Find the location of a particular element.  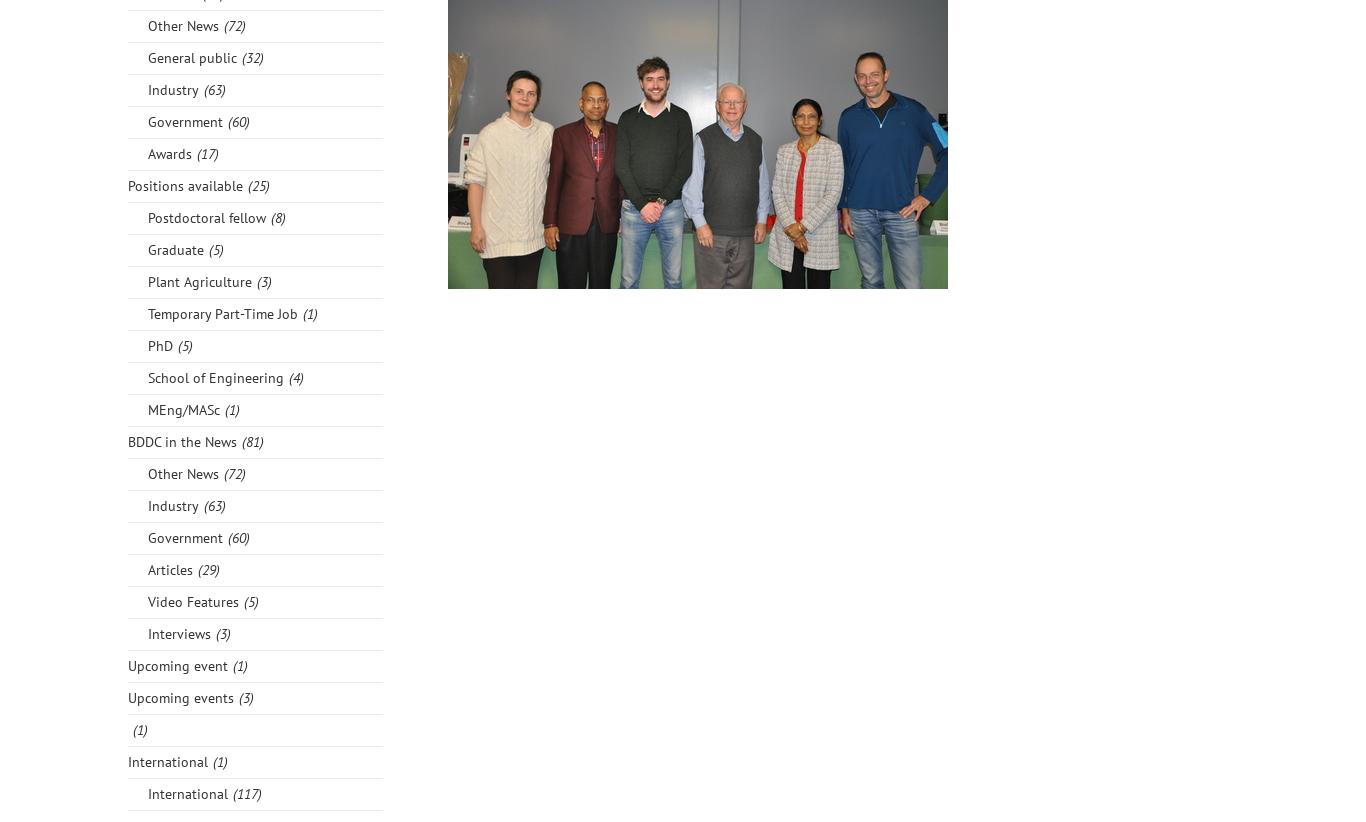

'(25)' is located at coordinates (258, 184).